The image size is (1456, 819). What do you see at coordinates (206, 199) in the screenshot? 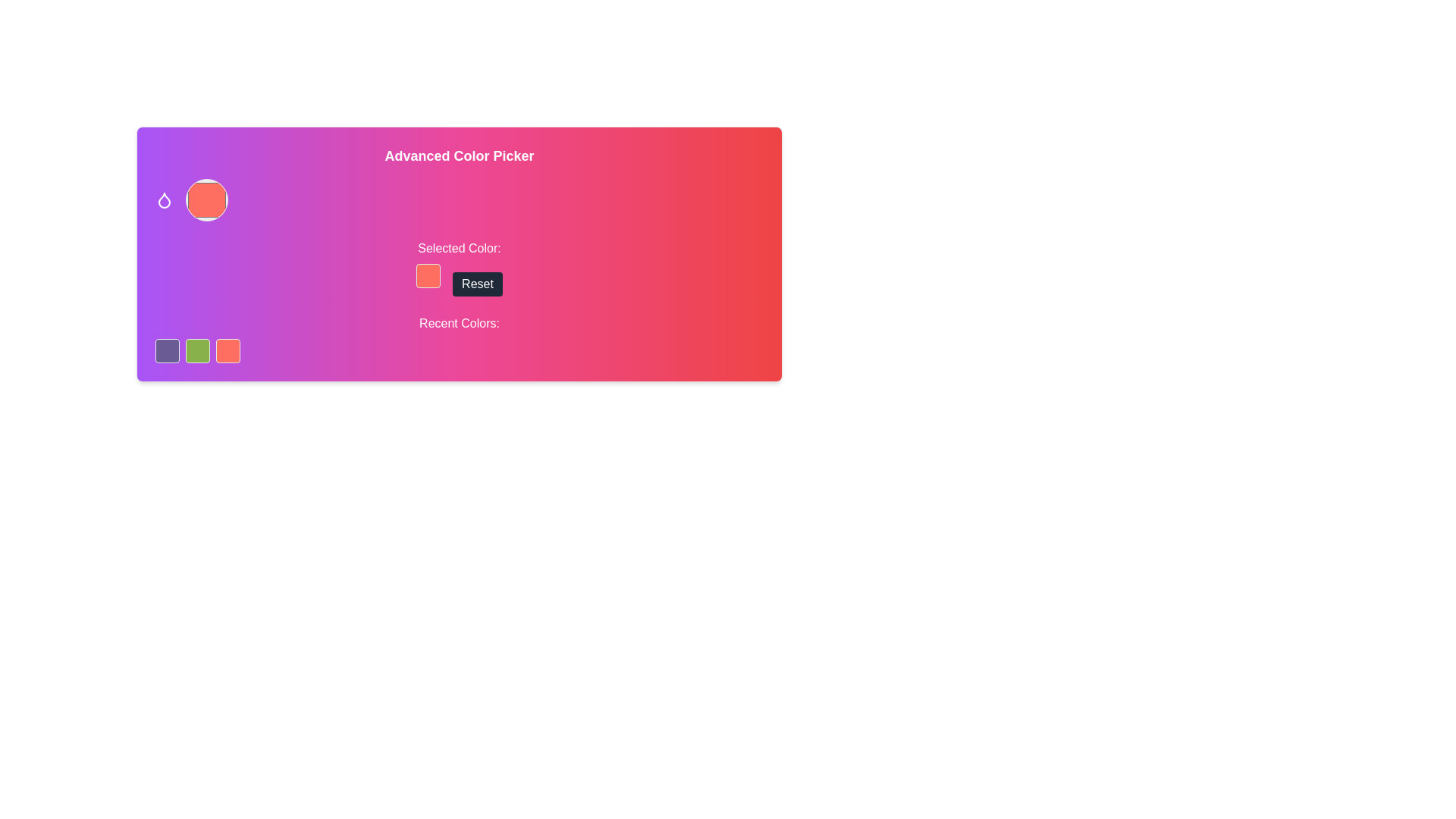
I see `the coral color picker swatch element to access additional options` at bounding box center [206, 199].